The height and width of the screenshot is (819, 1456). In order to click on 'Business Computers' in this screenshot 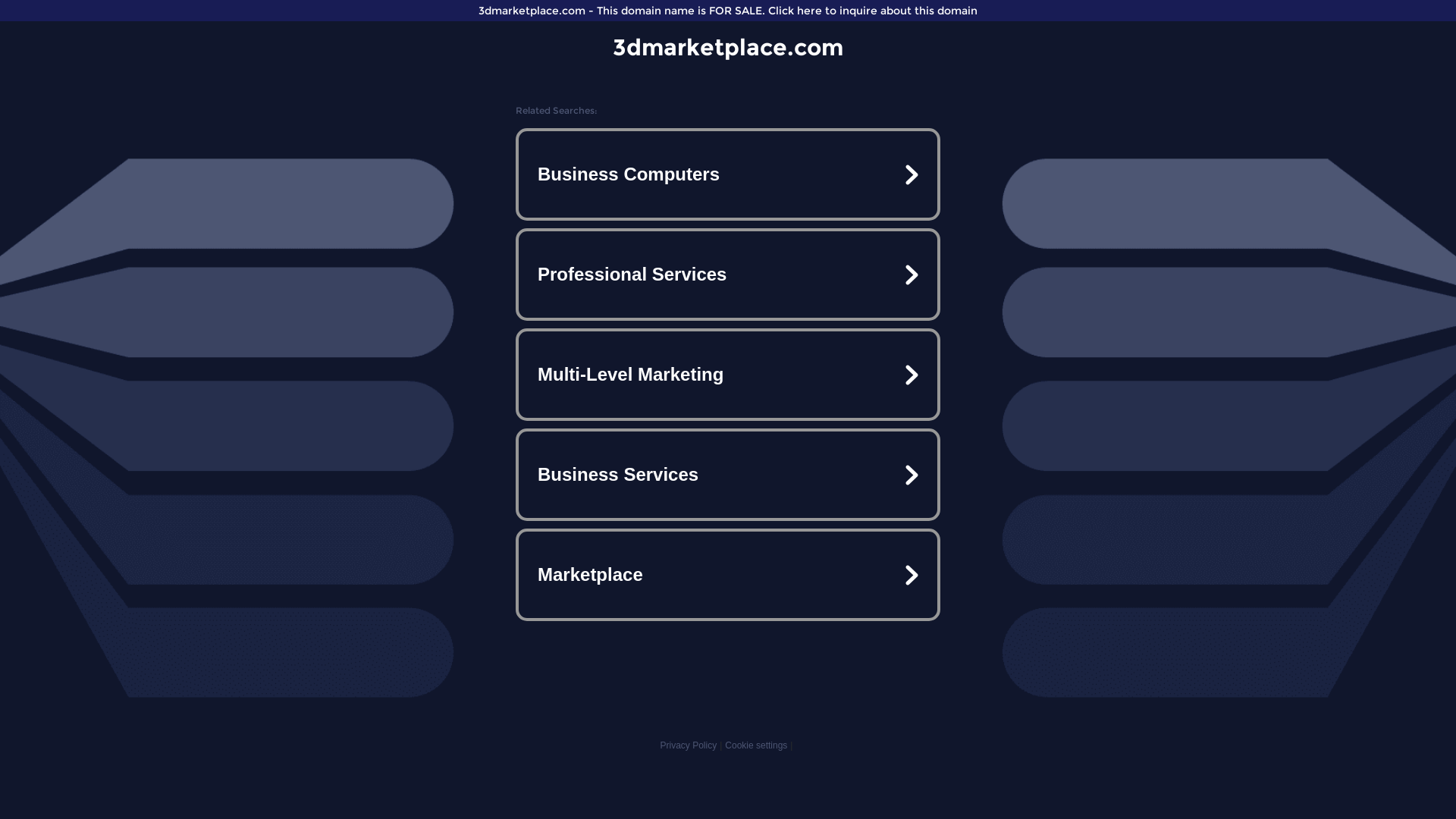, I will do `click(728, 174)`.